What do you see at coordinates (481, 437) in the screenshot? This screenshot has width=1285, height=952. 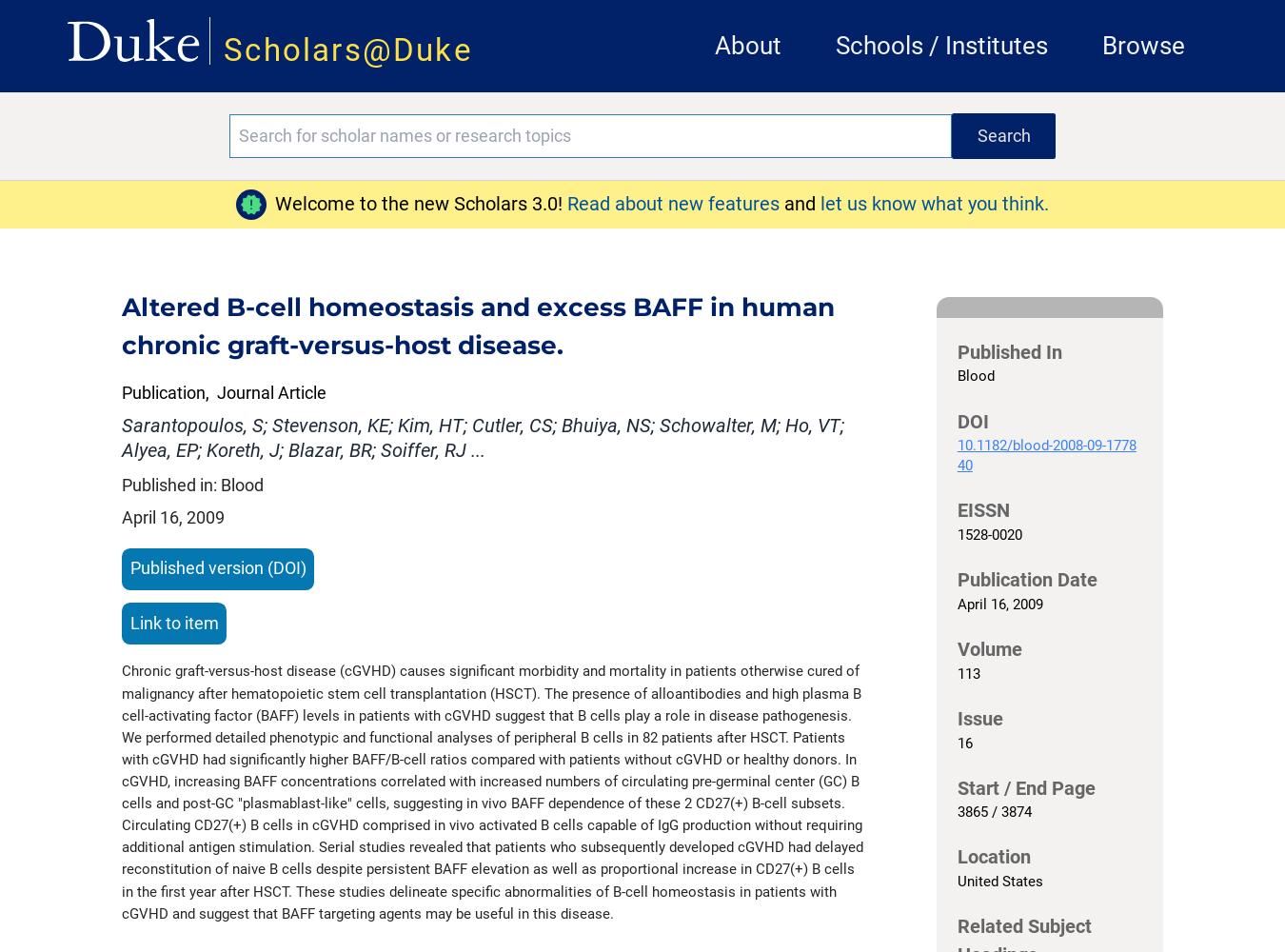 I see `'Sarantopoulos, S;  Stevenson, KE;  Kim, HT;  Cutler, CS;  Bhuiya, NS;  Schowalter, M;  Ho, VT;  Alyea, EP;  Koreth, J;  Blazar, BR;  Soiffer, RJ ...'` at bounding box center [481, 437].